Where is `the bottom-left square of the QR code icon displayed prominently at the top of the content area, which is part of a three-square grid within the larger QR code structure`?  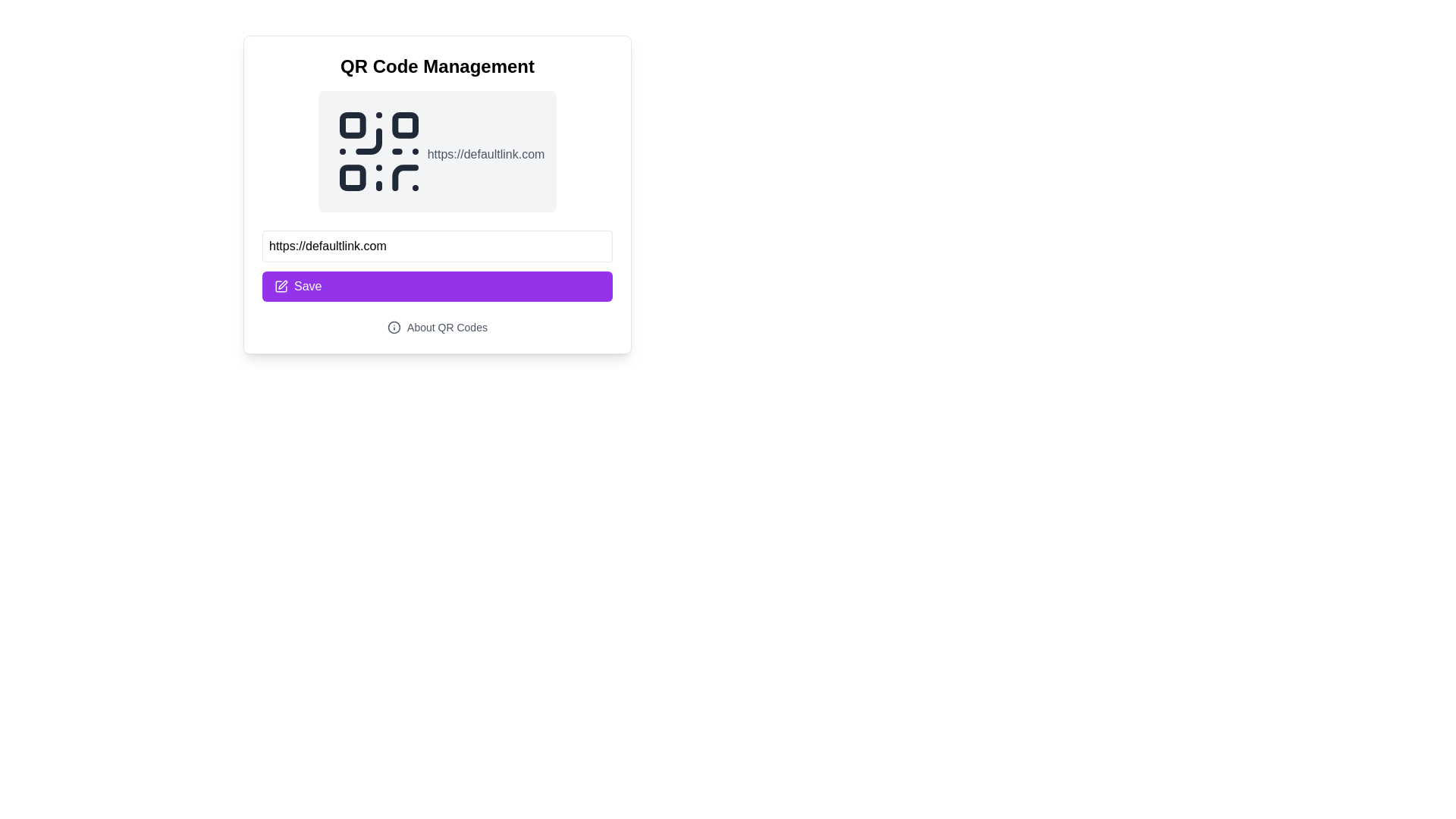 the bottom-left square of the QR code icon displayed prominently at the top of the content area, which is part of a three-square grid within the larger QR code structure is located at coordinates (352, 177).